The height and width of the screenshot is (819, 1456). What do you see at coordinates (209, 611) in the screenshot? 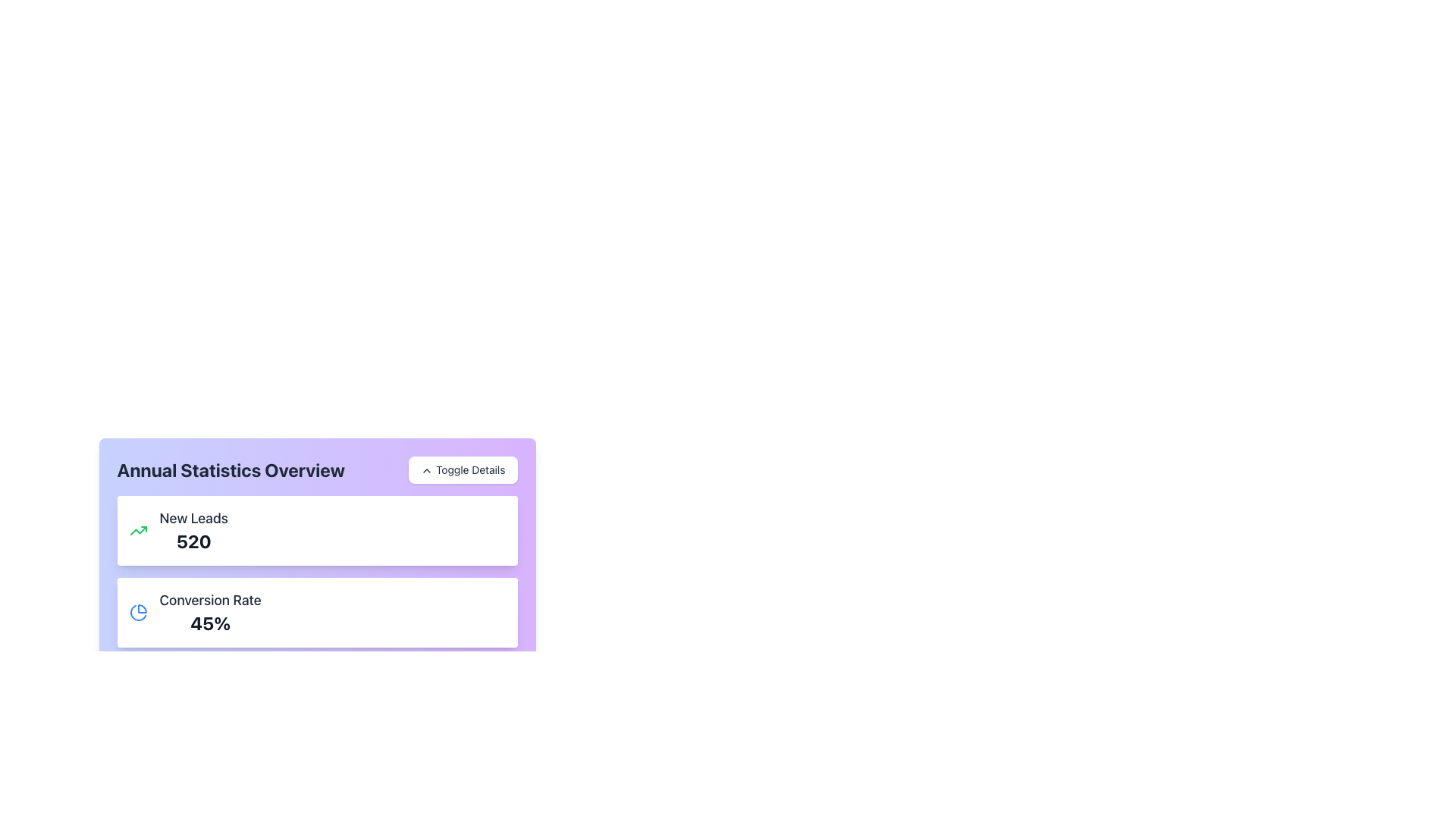
I see `the Text Display element that presents the conversion rate metric, located in a white card with rounded corners beneath the 'New Leads' card` at bounding box center [209, 611].